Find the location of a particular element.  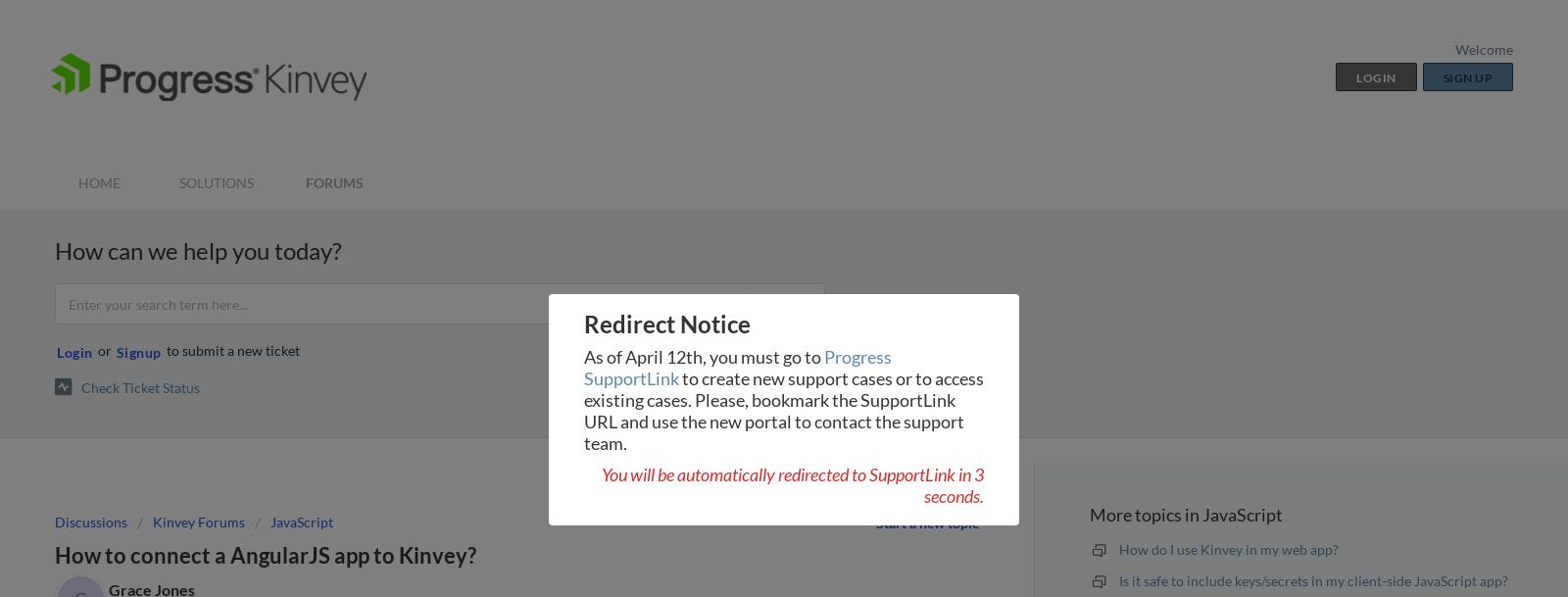

'or' is located at coordinates (103, 350).